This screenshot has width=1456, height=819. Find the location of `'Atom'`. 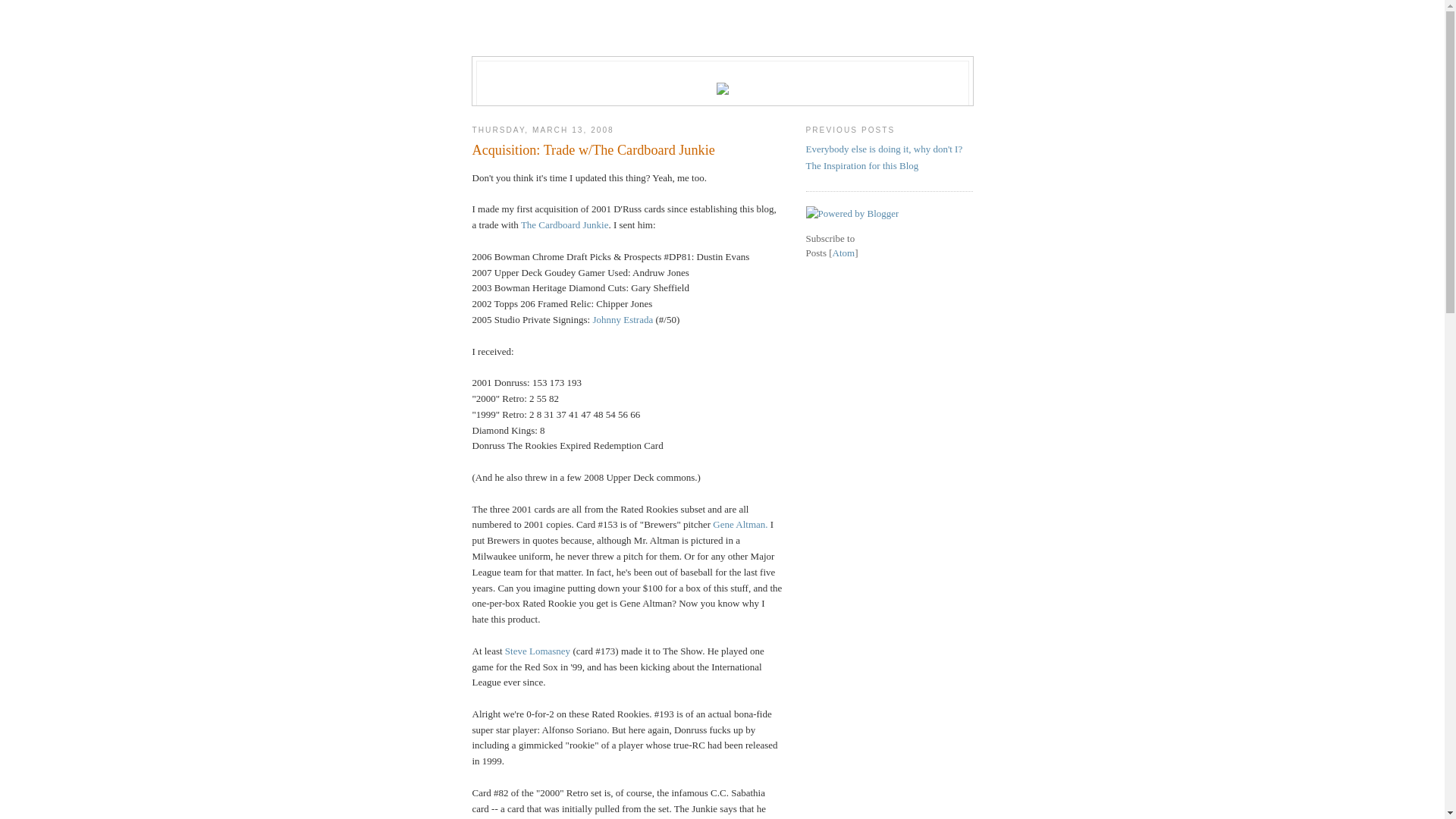

'Atom' is located at coordinates (843, 252).